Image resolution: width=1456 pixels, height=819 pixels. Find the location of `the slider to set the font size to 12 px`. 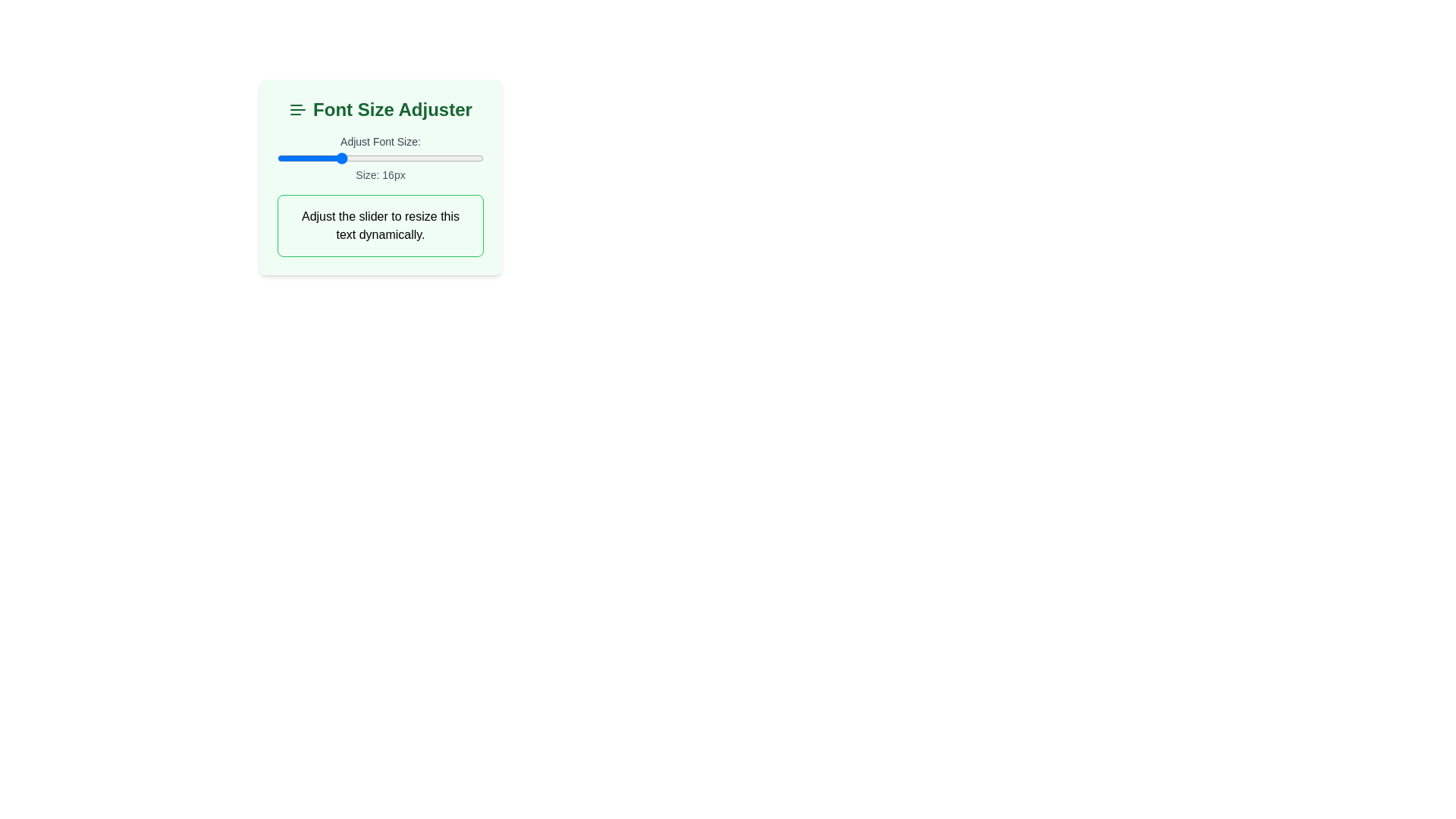

the slider to set the font size to 12 px is located at coordinates (298, 158).